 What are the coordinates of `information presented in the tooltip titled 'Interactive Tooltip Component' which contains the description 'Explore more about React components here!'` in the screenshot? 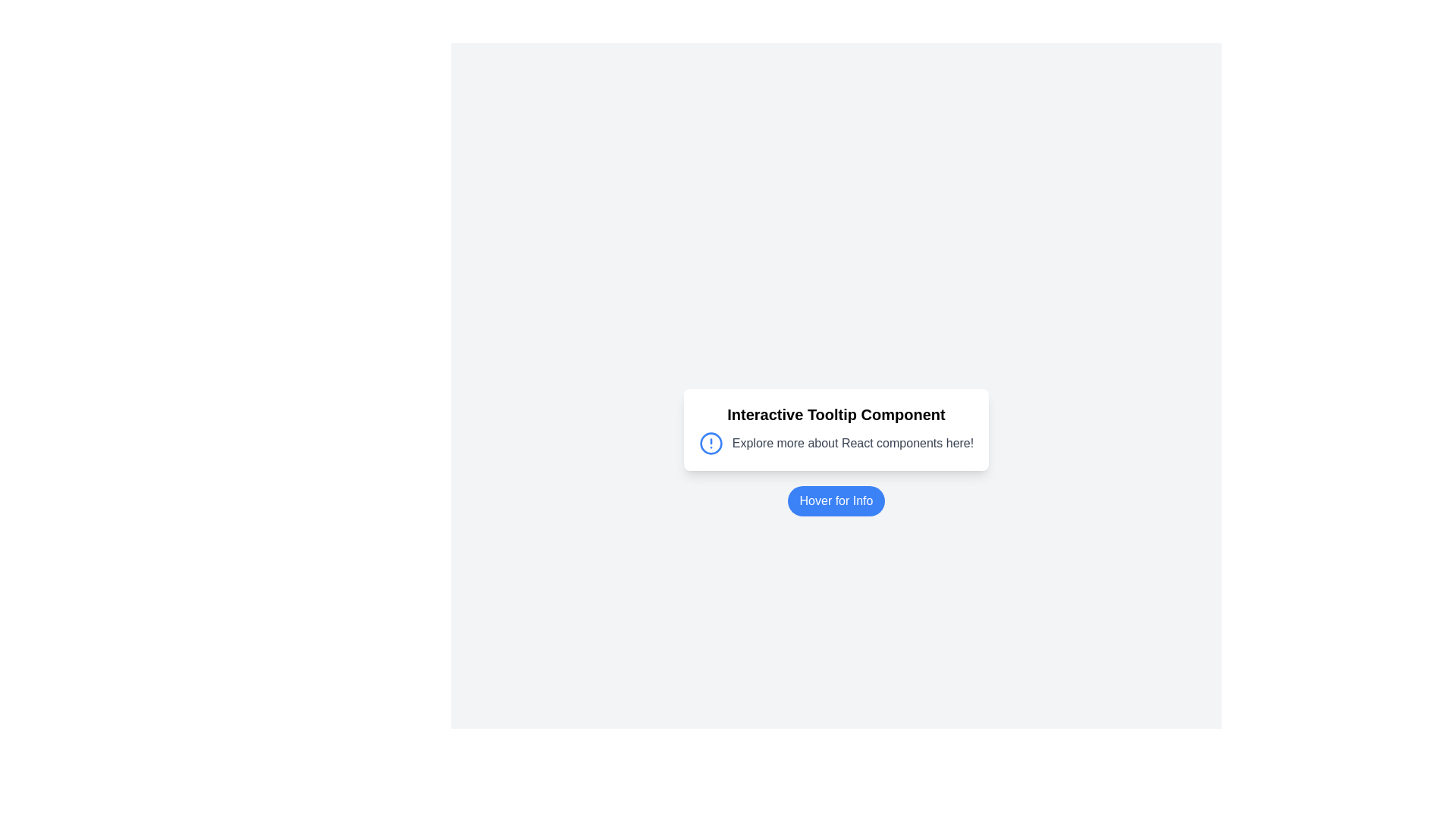 It's located at (836, 430).